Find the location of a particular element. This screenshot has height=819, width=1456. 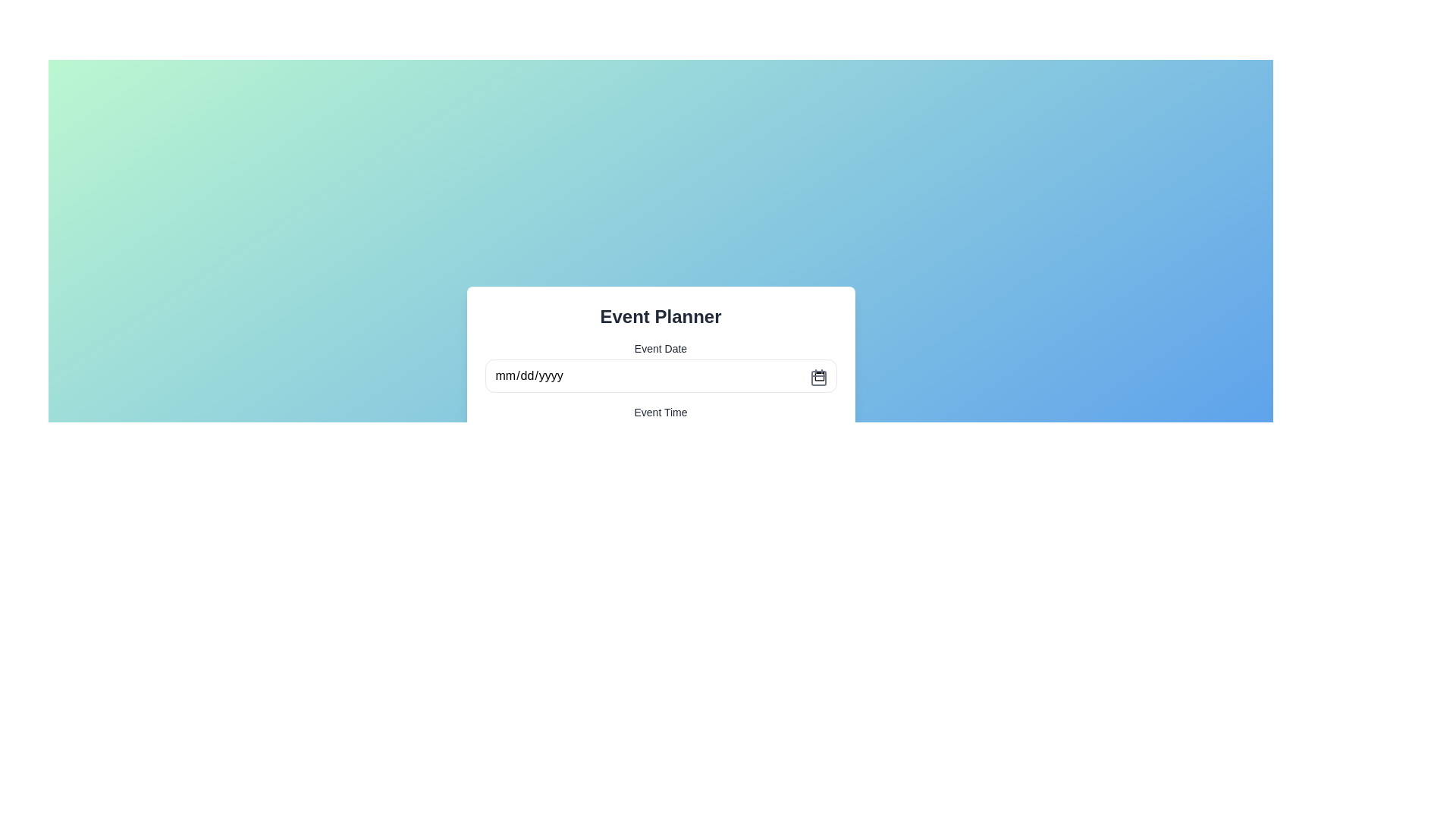

the static text label that reads 'Event Time', which is styled in a smaller dark gray font and is positioned centrally below the 'Event Date' label is located at coordinates (661, 412).